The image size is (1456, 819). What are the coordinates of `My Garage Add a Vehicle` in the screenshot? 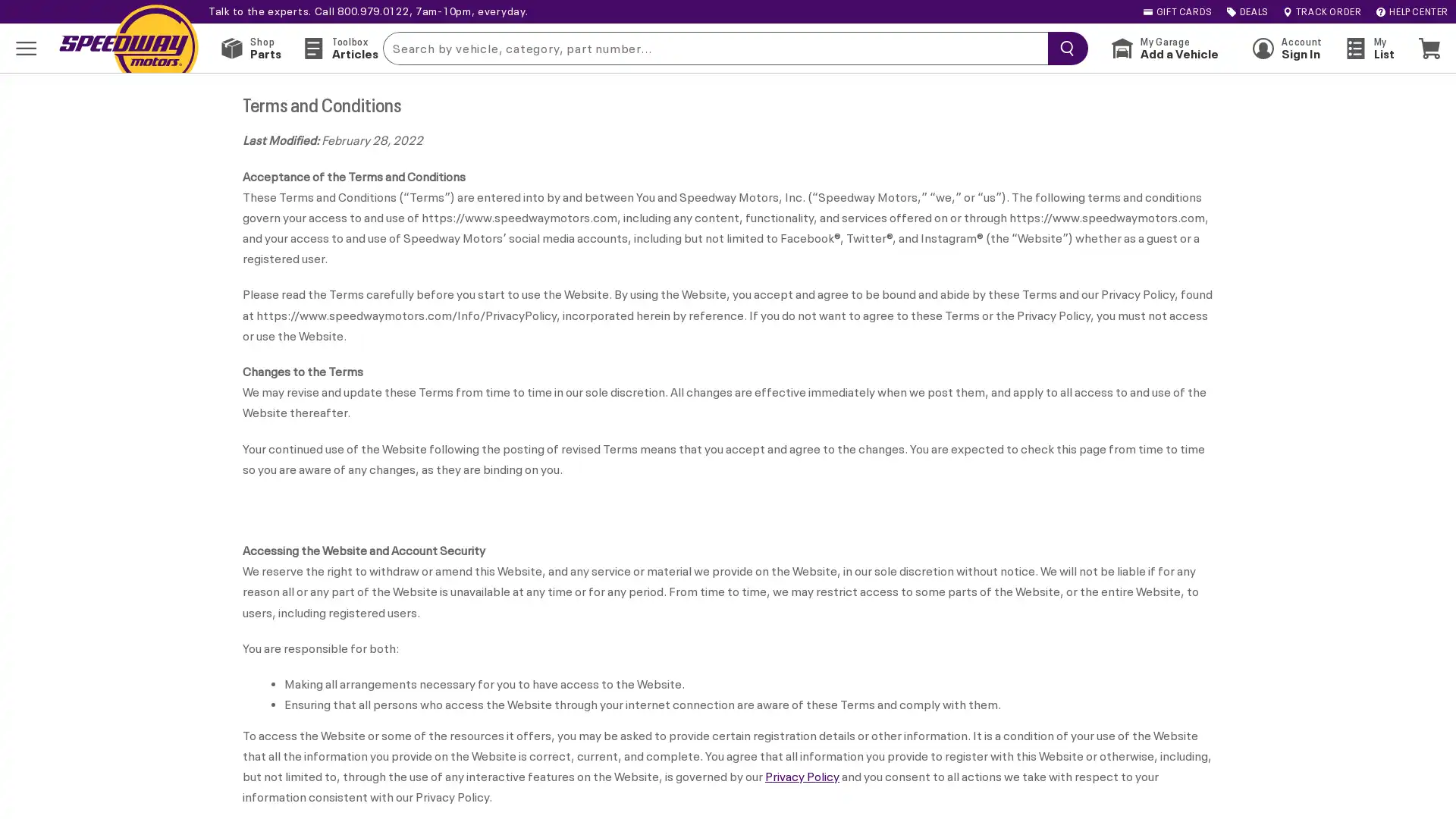 It's located at (1164, 47).